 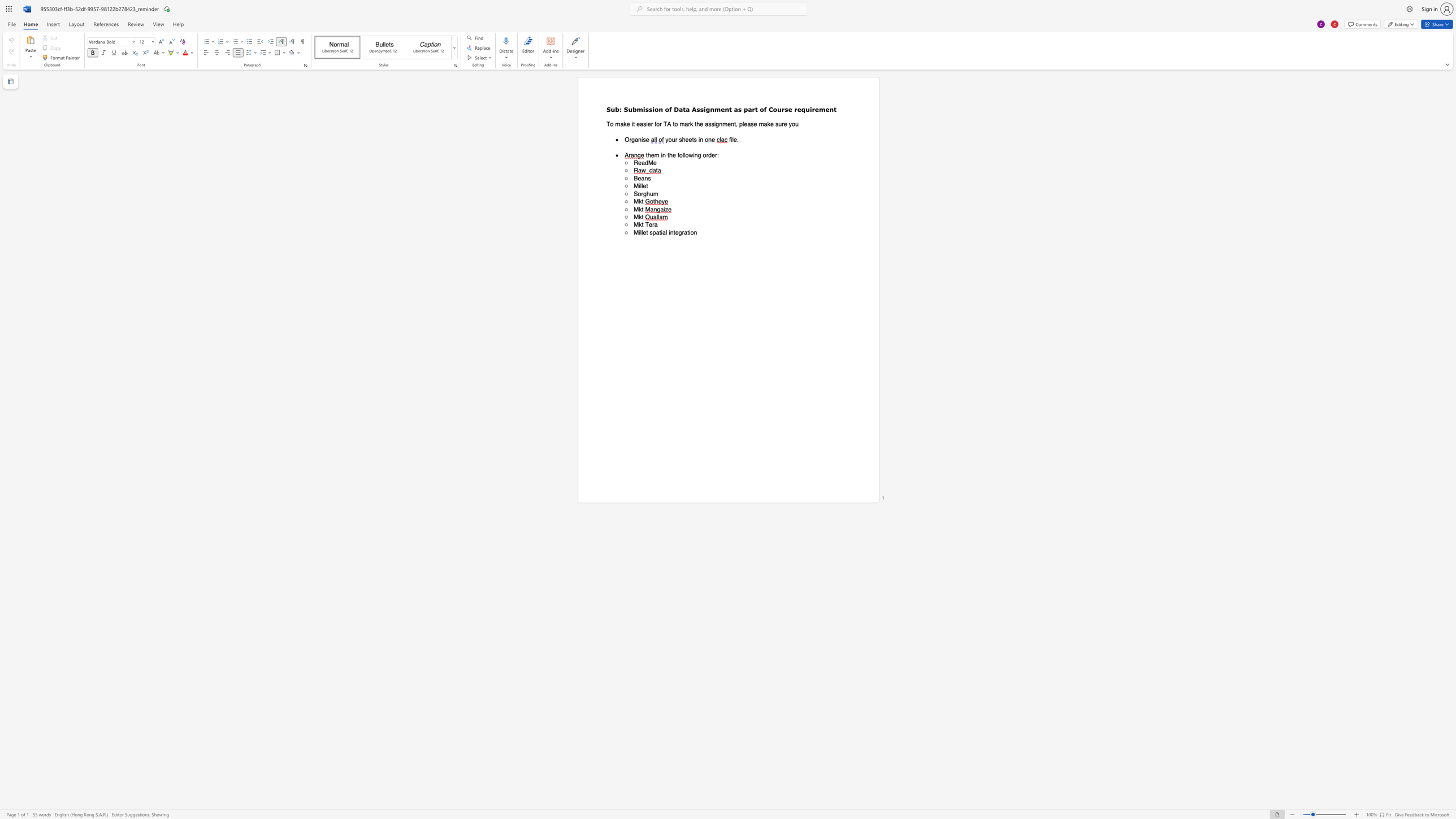 I want to click on the subset text "ts in o" within the text "your sheets in one", so click(x=692, y=139).